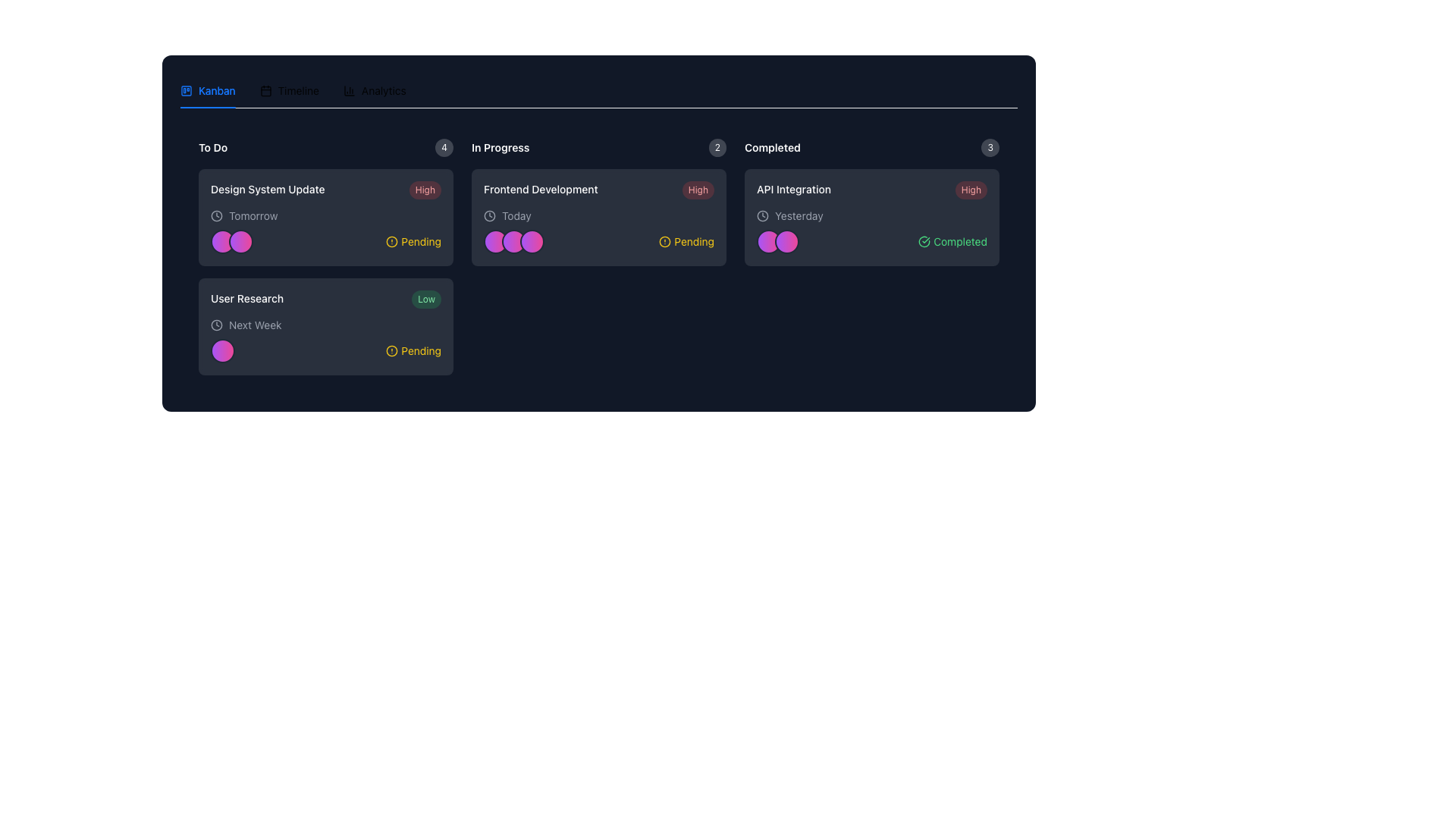 The width and height of the screenshot is (1456, 819). Describe the element at coordinates (532, 241) in the screenshot. I see `the rightmost circular icon with a gradient background transitioning from purple to pink, located in the 'In Progress' section under the 'Frontend Development' task card` at that location.